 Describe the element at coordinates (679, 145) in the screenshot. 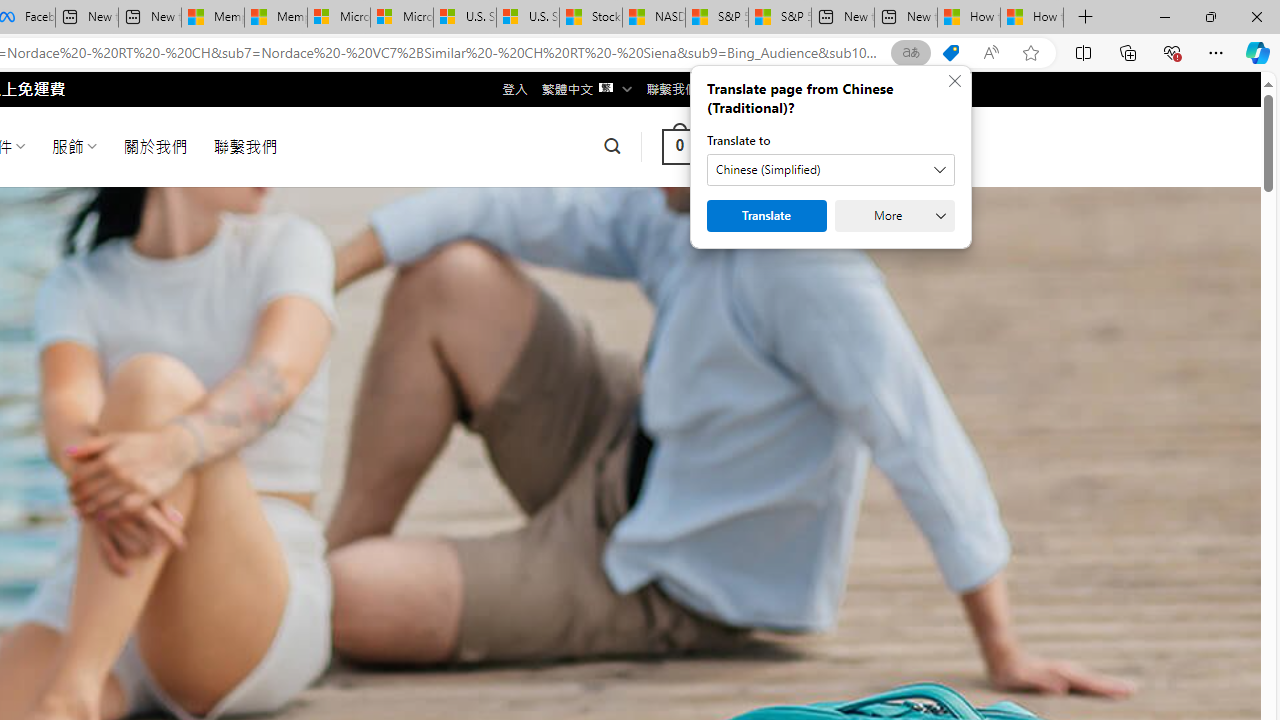

I see `'  0  '` at that location.